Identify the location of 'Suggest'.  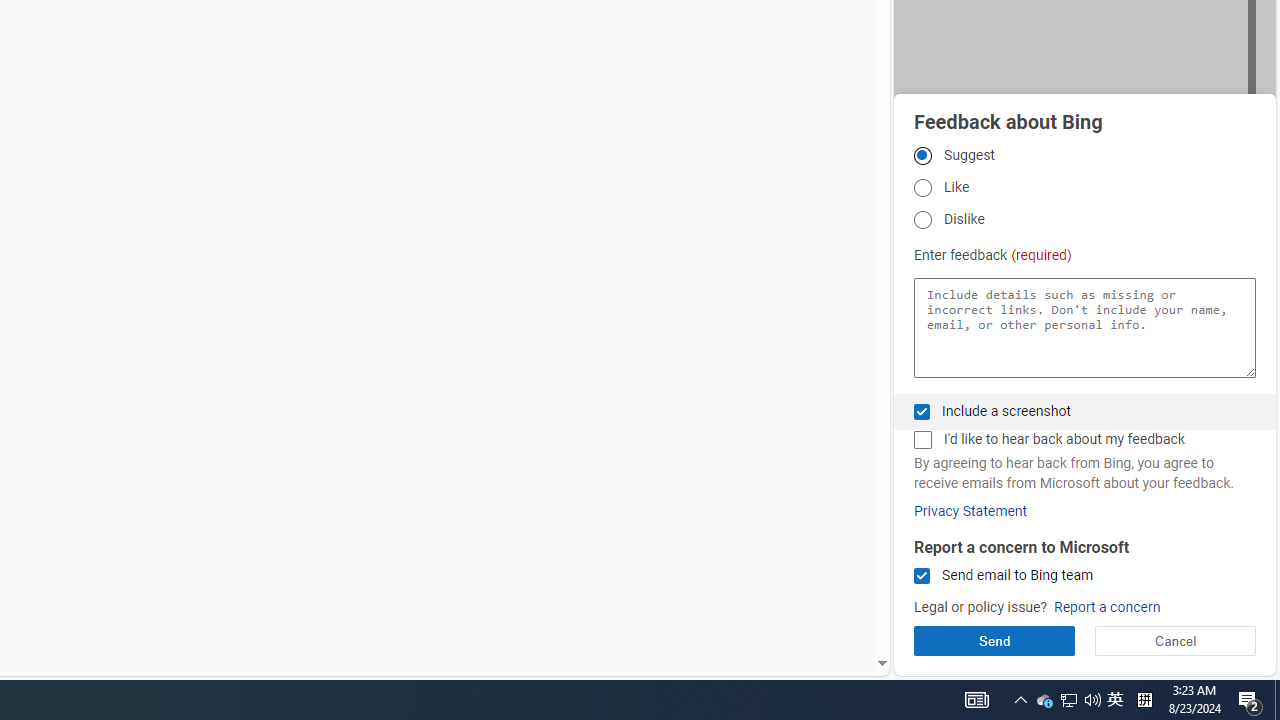
(921, 154).